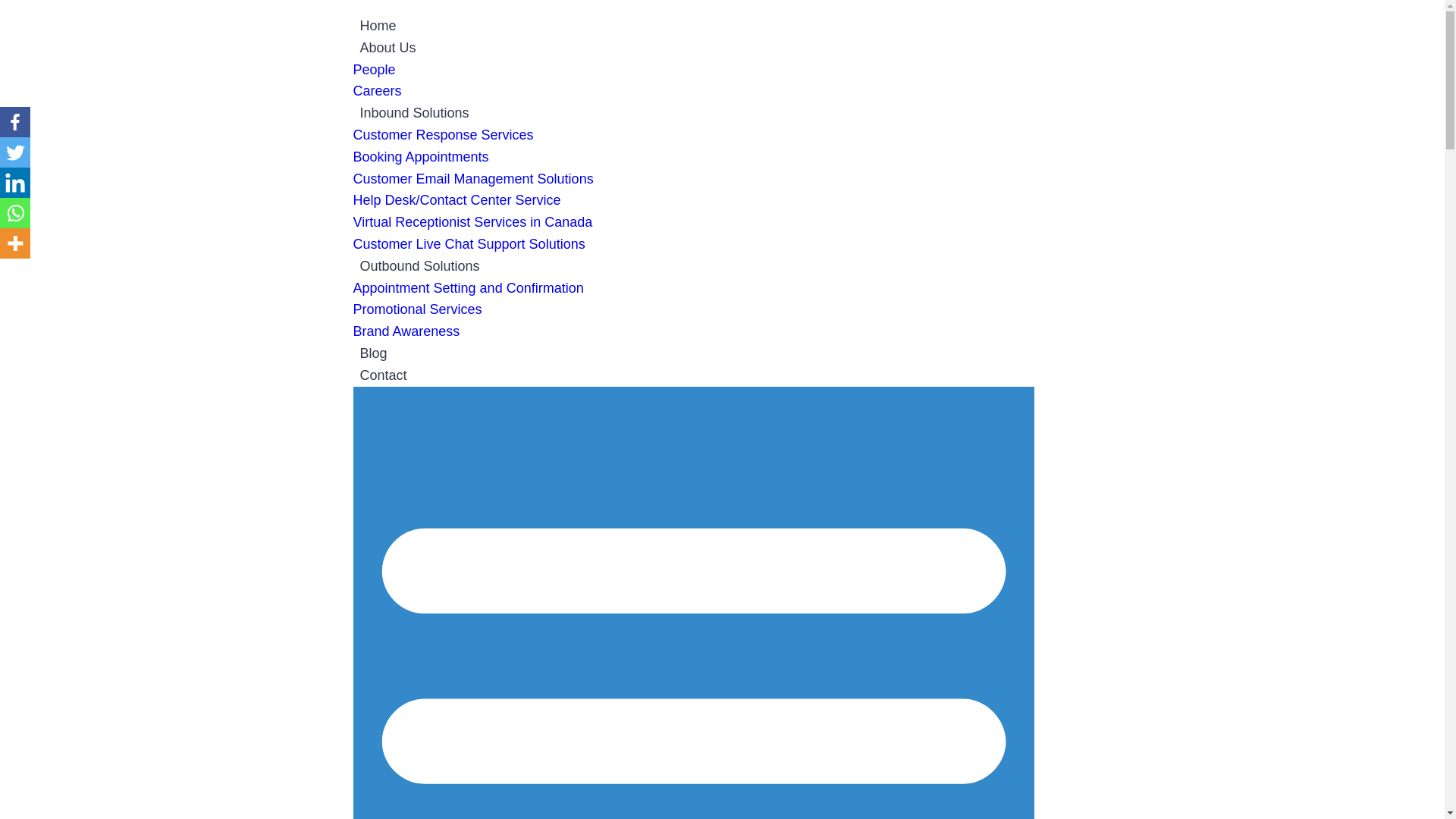 The height and width of the screenshot is (819, 1456). Describe the element at coordinates (378, 90) in the screenshot. I see `'Careers'` at that location.